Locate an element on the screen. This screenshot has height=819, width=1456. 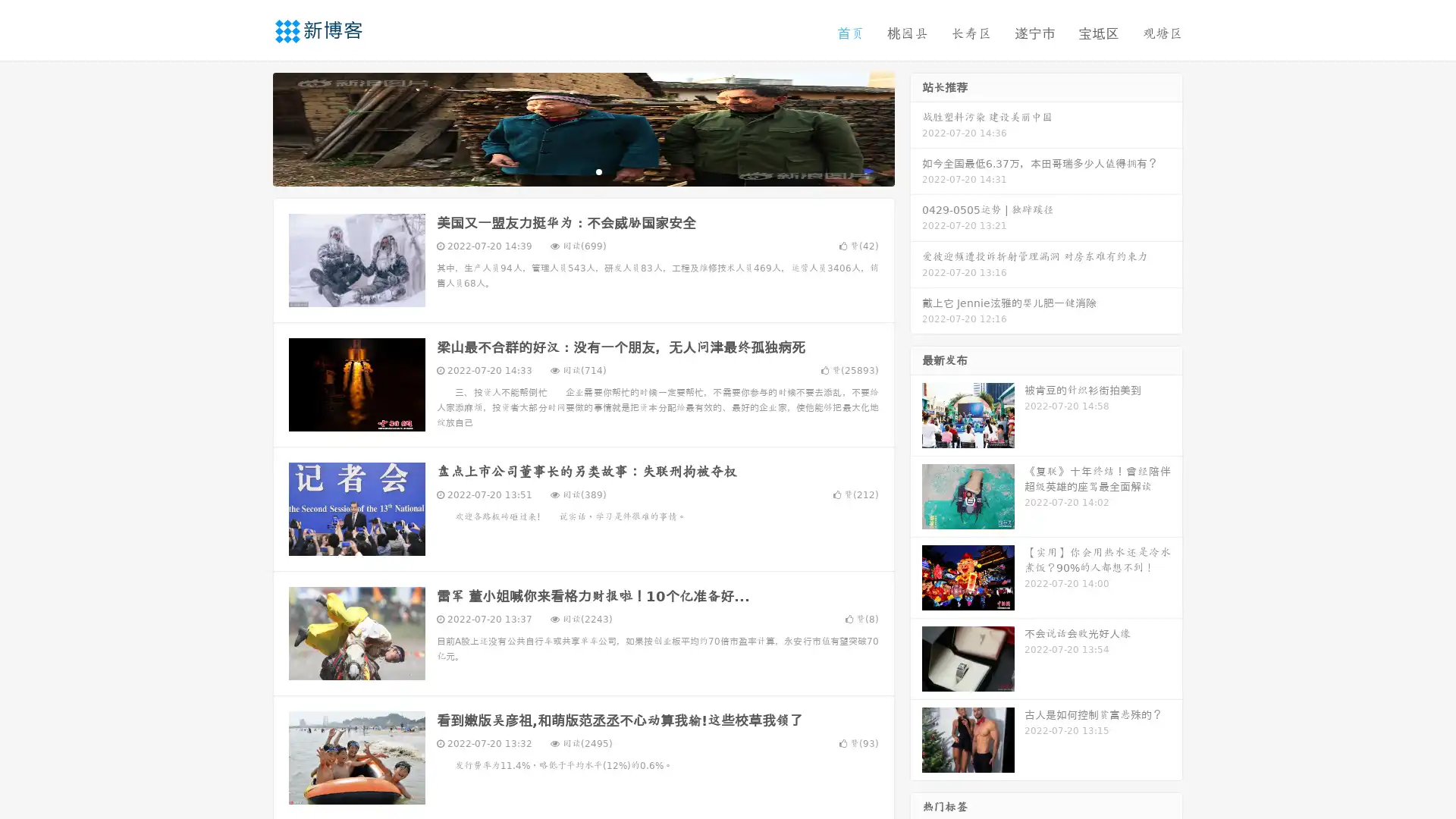
Go to slide 3 is located at coordinates (598, 171).